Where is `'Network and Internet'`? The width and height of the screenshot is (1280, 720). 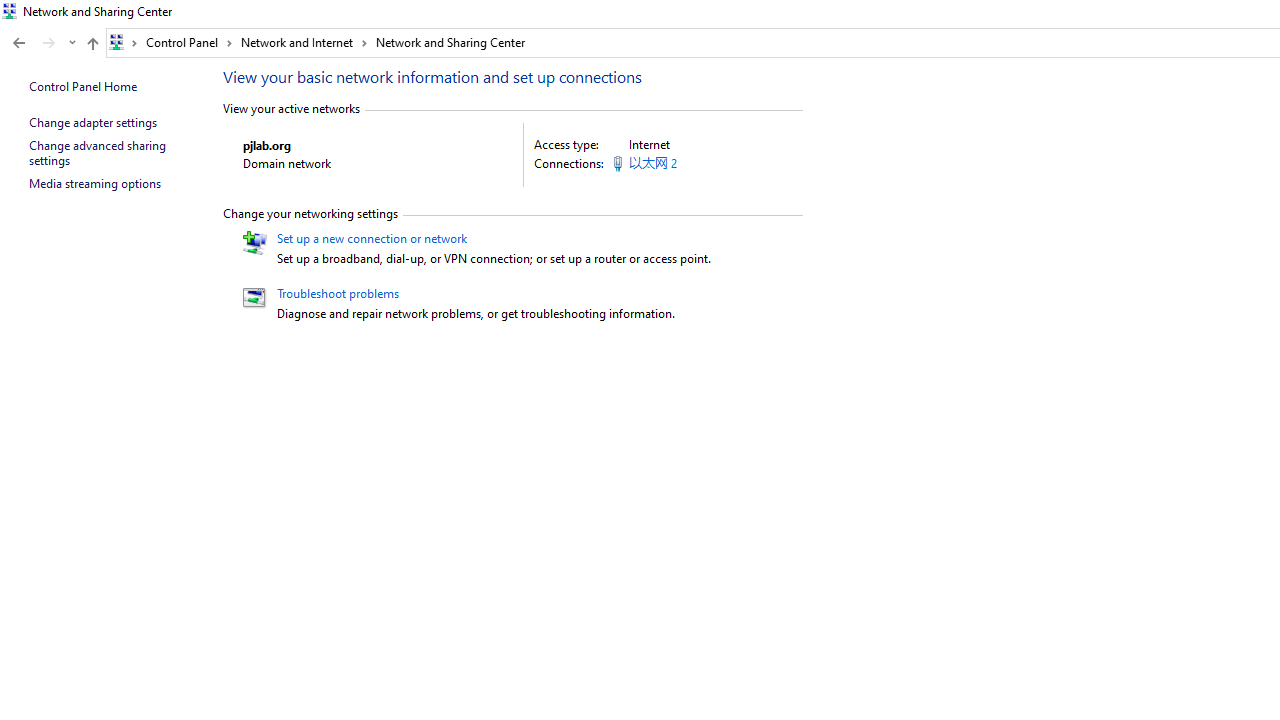
'Network and Internet' is located at coordinates (303, 42).